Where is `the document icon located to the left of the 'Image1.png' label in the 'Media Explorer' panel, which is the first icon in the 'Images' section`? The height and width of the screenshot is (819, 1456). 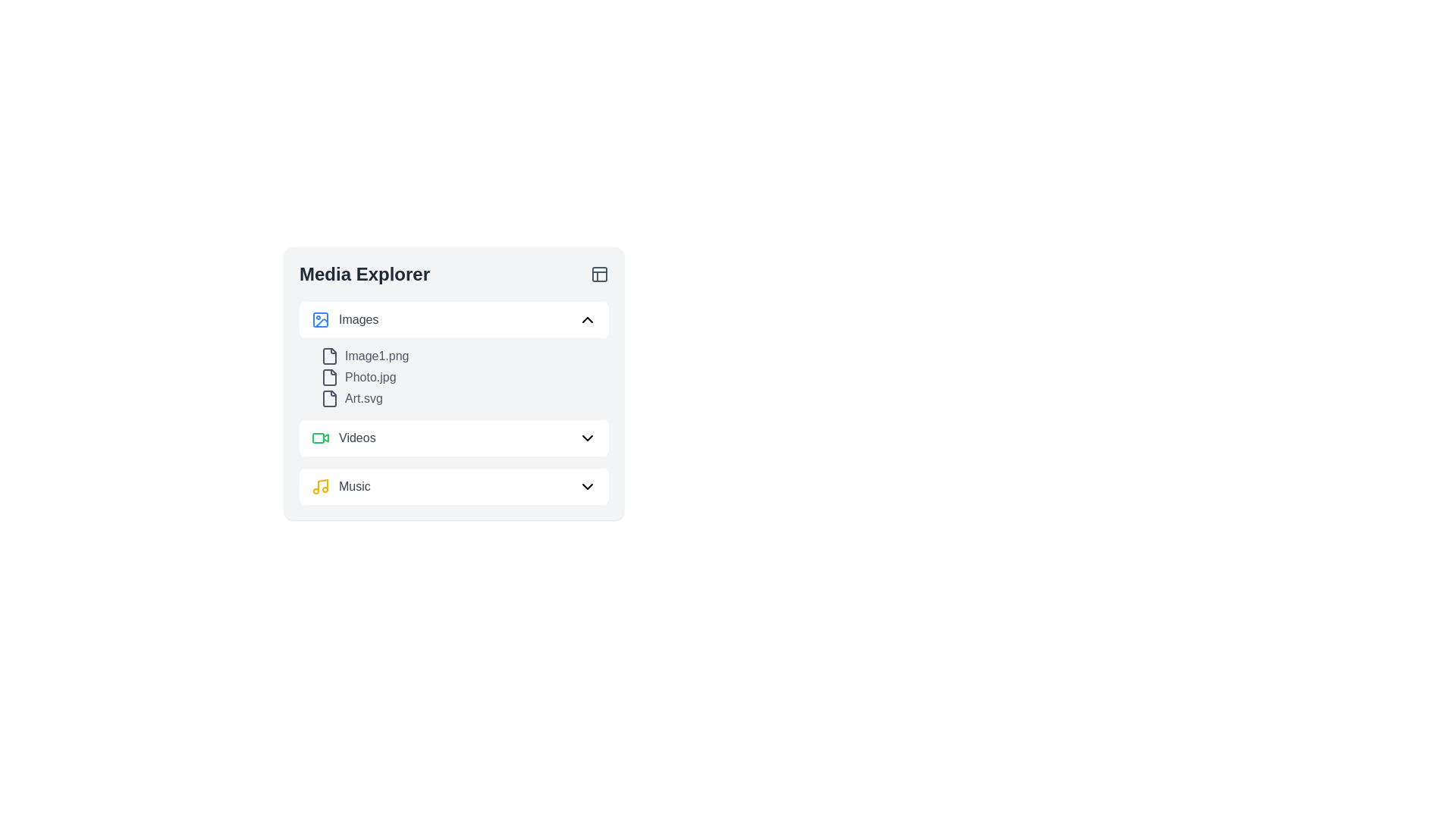 the document icon located to the left of the 'Image1.png' label in the 'Media Explorer' panel, which is the first icon in the 'Images' section is located at coordinates (329, 356).